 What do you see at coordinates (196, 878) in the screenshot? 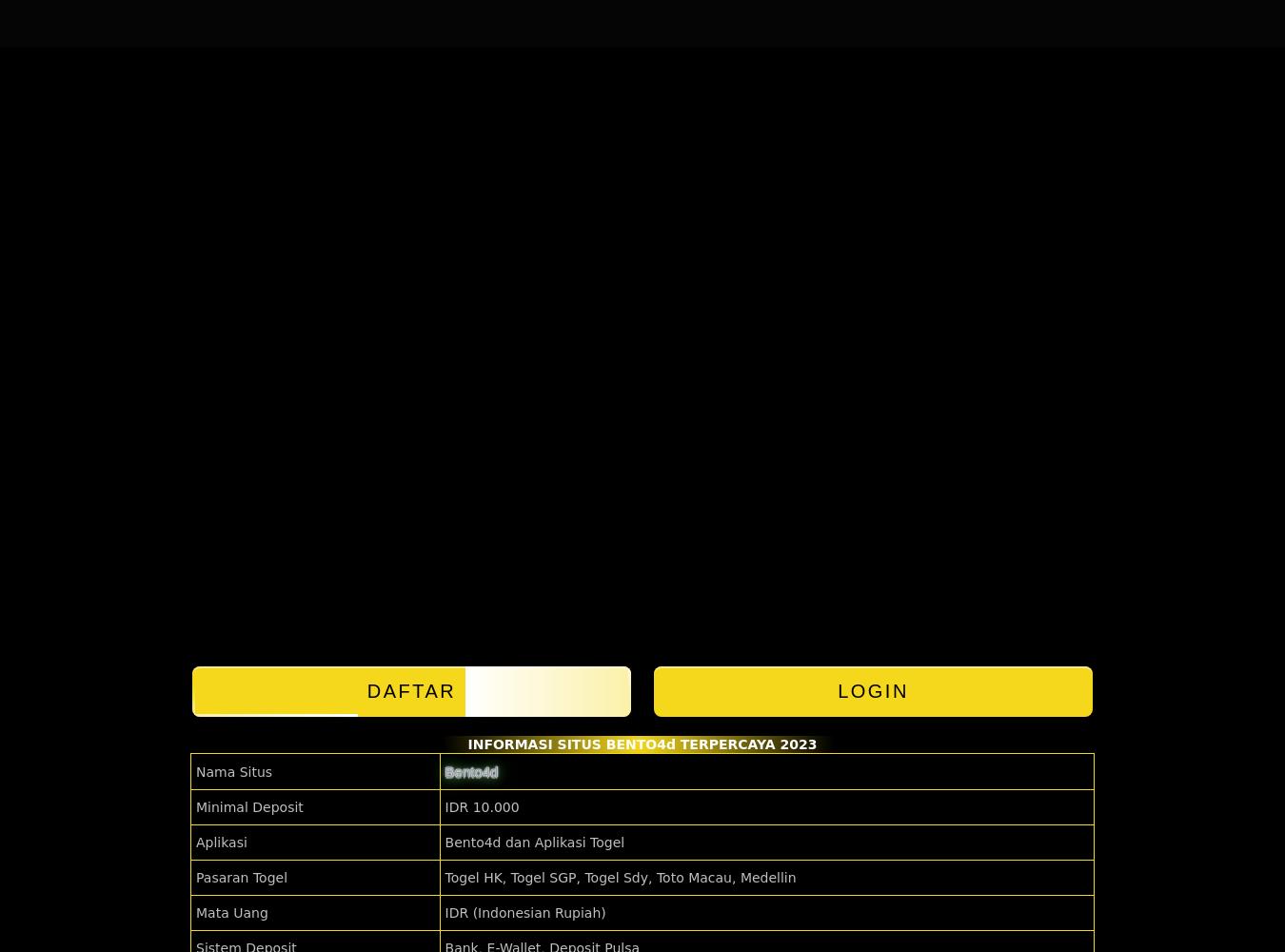
I see `'Pasaran Togel'` at bounding box center [196, 878].